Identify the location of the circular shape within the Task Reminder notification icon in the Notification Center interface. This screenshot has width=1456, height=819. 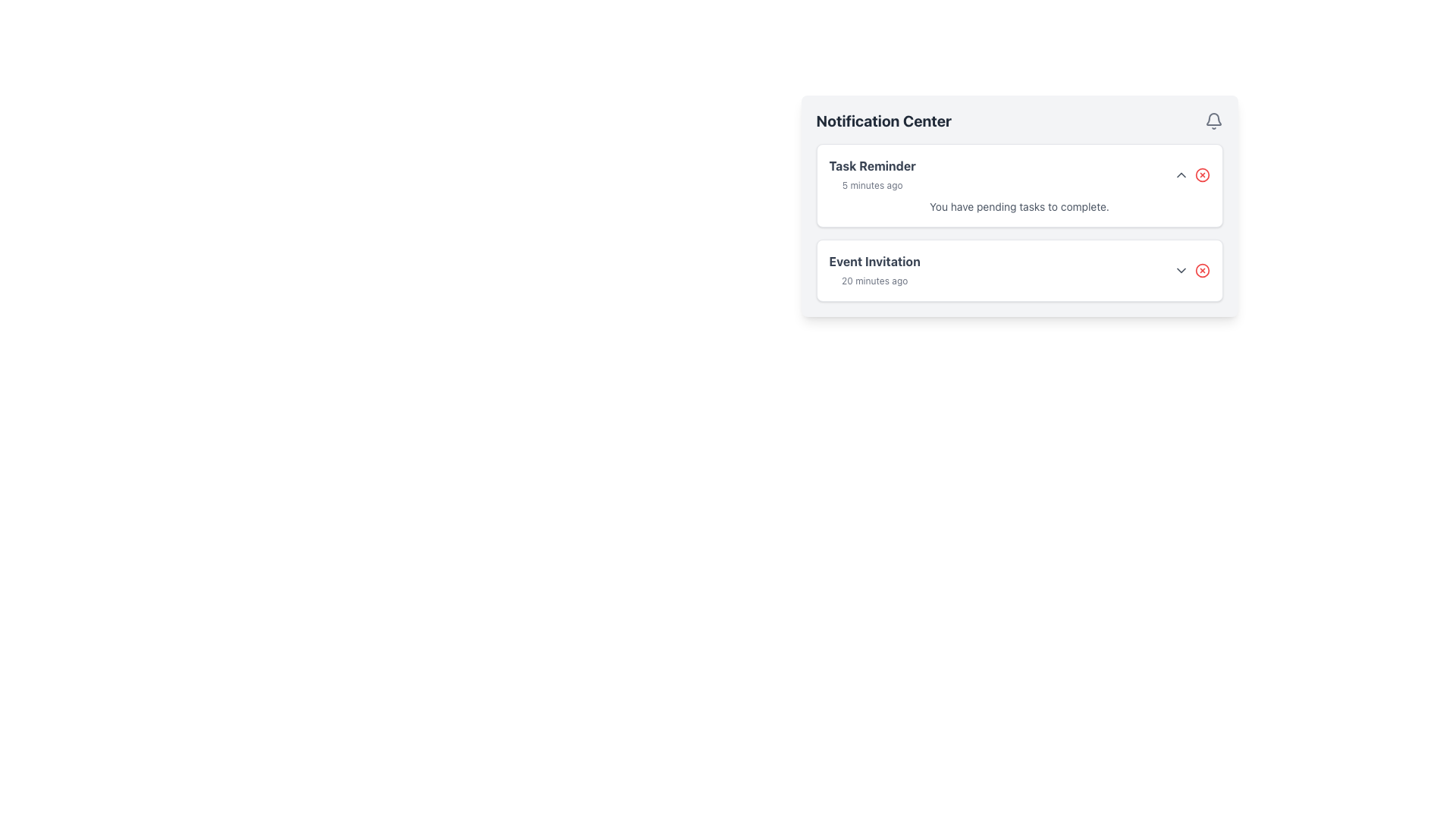
(1201, 174).